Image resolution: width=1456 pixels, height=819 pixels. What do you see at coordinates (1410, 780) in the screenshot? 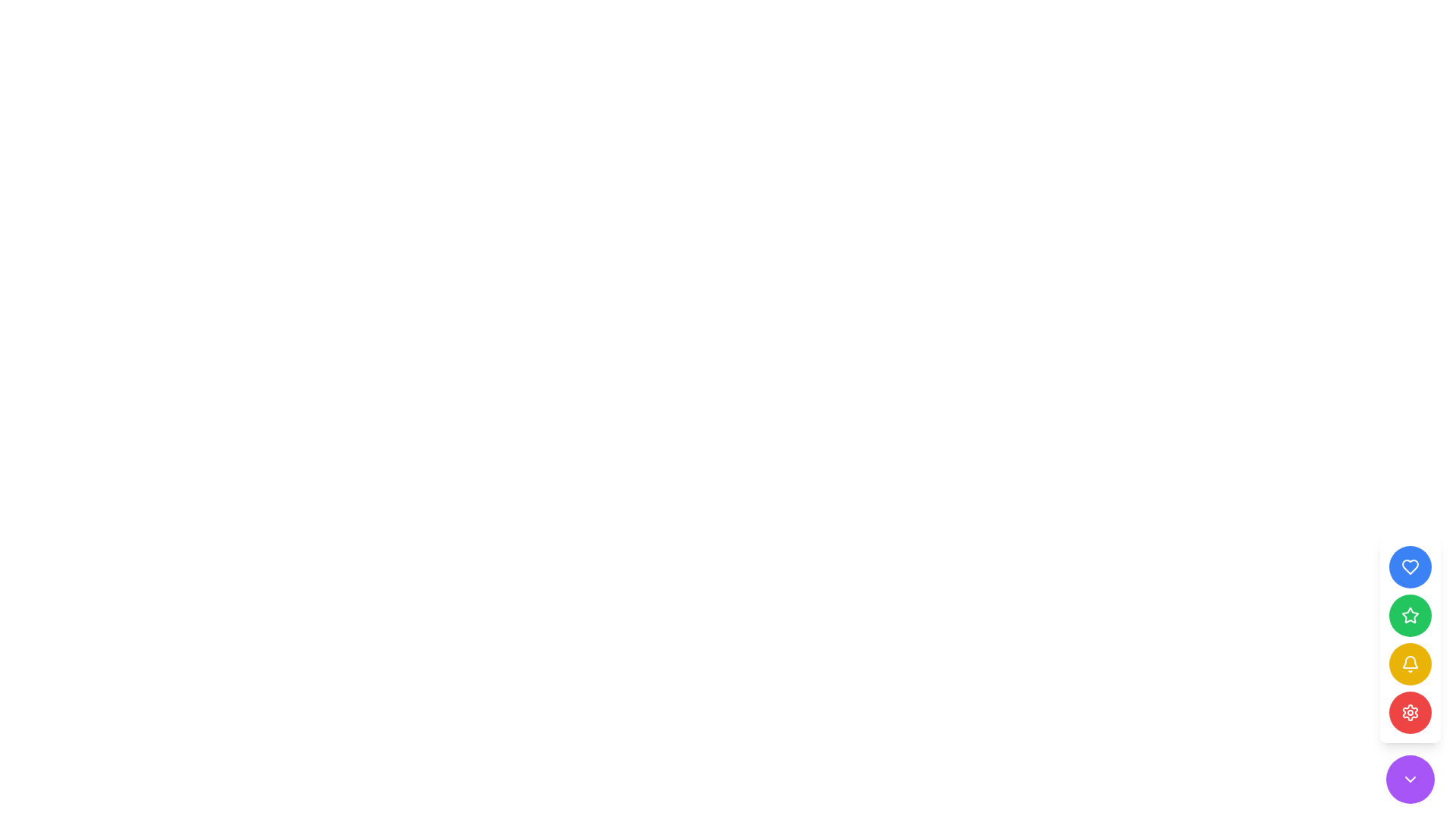
I see `the icon within the purple circular button located at the bottom of the right-aligned vertical toolbar, which serves as an indication of a drop-down or collapsible action` at bounding box center [1410, 780].